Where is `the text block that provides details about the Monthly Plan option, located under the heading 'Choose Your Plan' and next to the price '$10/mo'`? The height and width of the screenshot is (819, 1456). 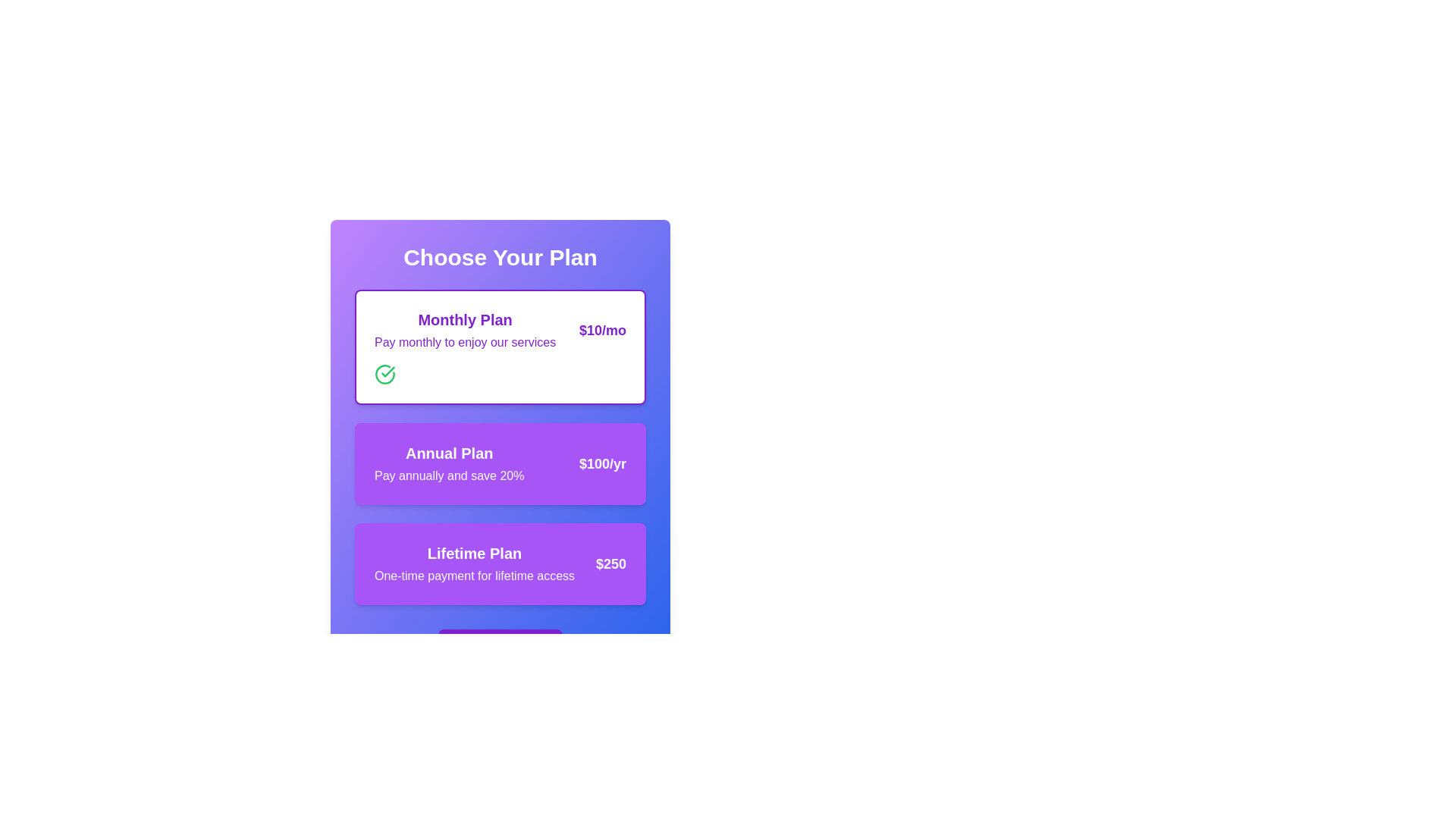 the text block that provides details about the Monthly Plan option, located under the heading 'Choose Your Plan' and next to the price '$10/mo' is located at coordinates (464, 329).